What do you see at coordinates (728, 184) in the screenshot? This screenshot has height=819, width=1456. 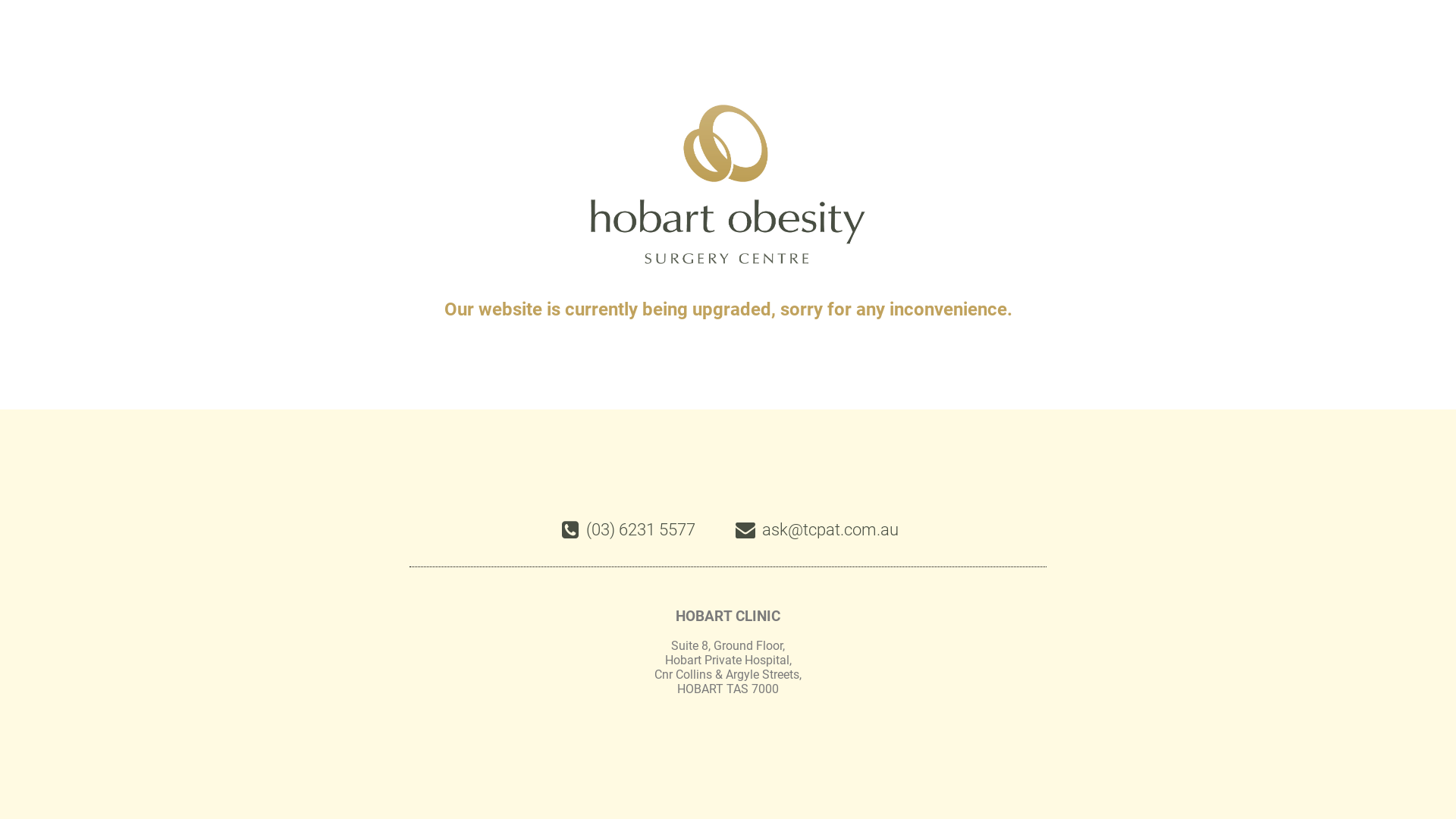 I see `'HobartObesity_logo (2)'` at bounding box center [728, 184].